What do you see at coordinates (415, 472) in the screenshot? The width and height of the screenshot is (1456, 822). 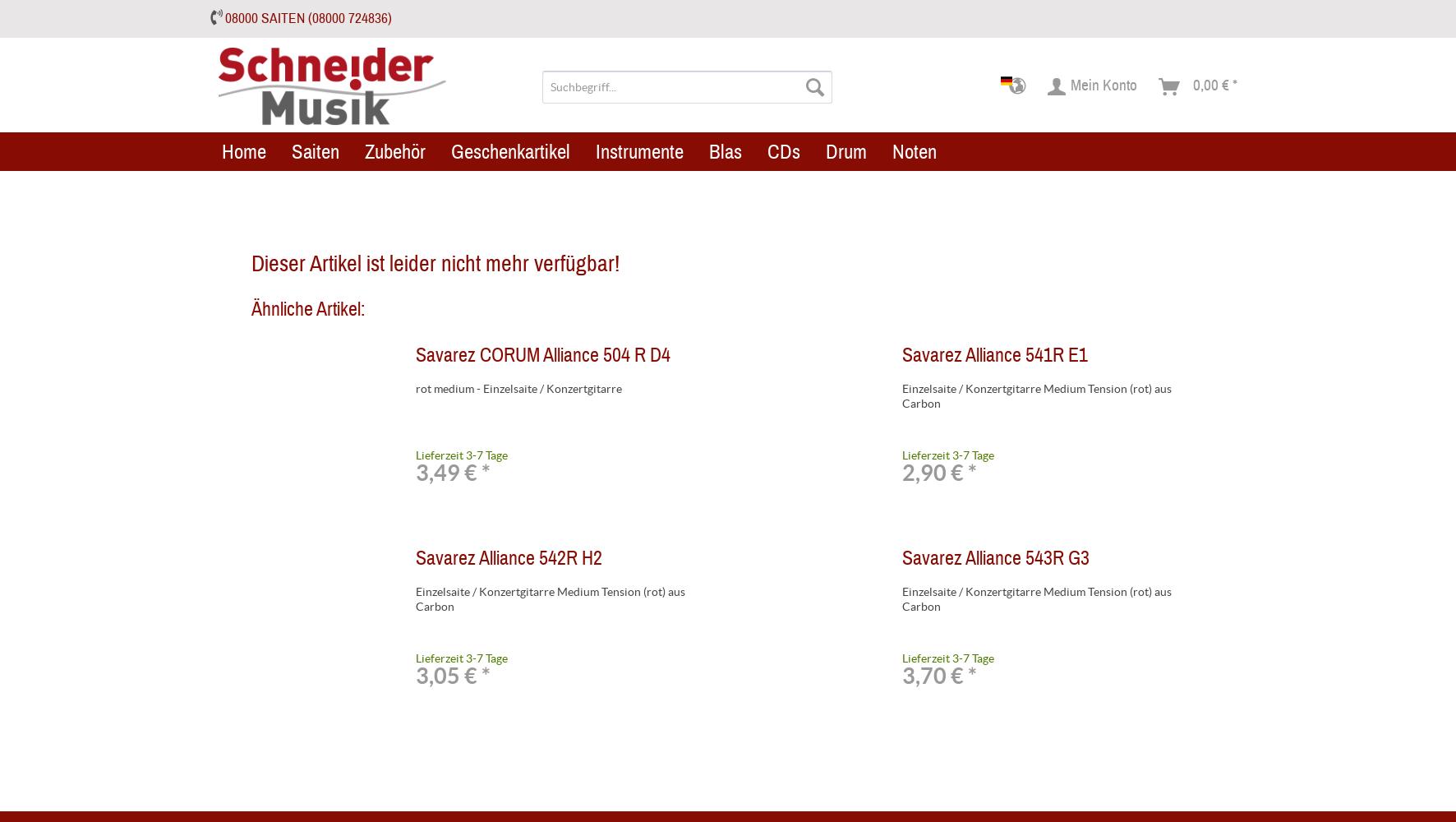 I see `'3,49 €
*'` at bounding box center [415, 472].